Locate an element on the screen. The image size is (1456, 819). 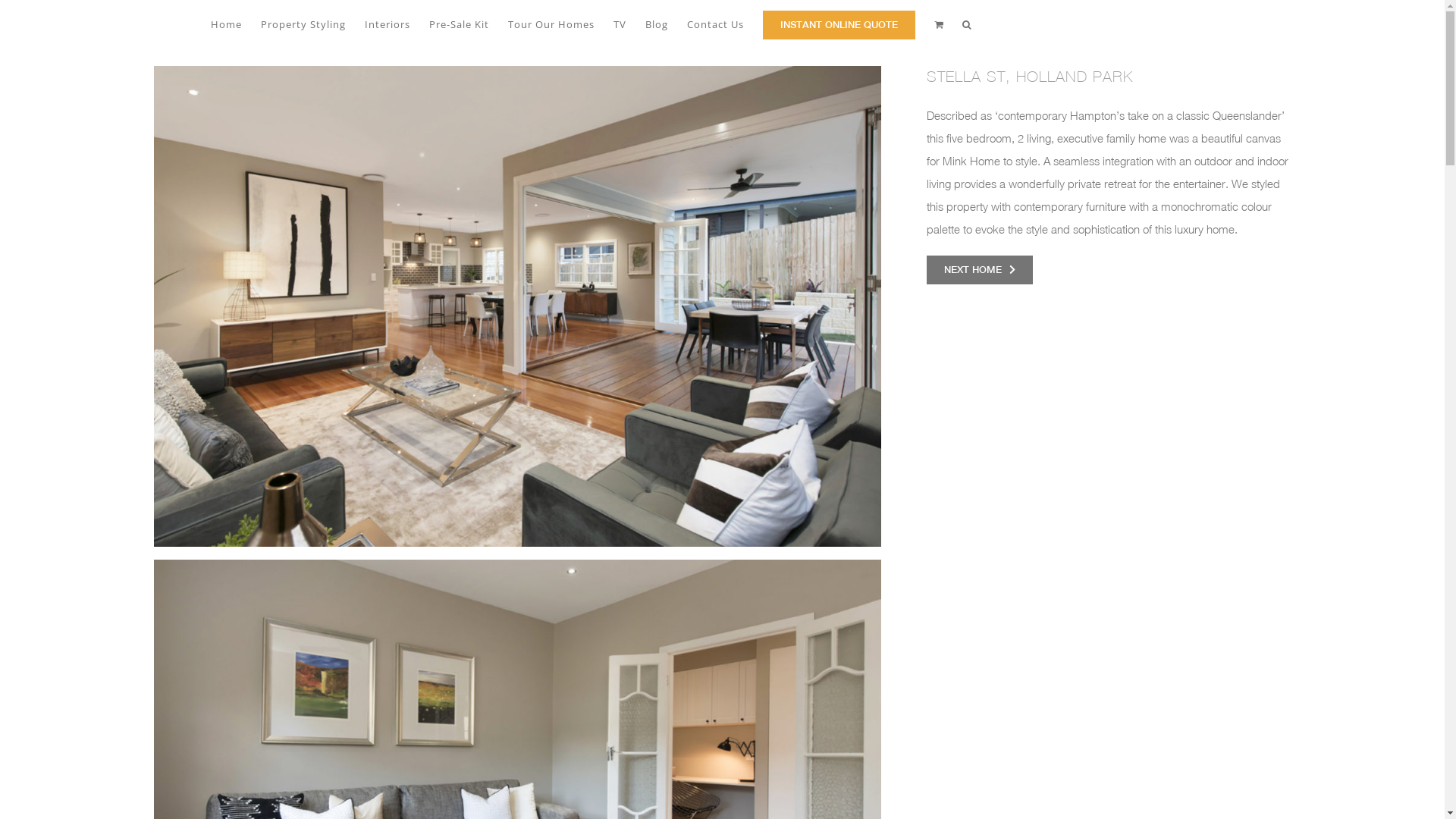
'Home' is located at coordinates (225, 23).